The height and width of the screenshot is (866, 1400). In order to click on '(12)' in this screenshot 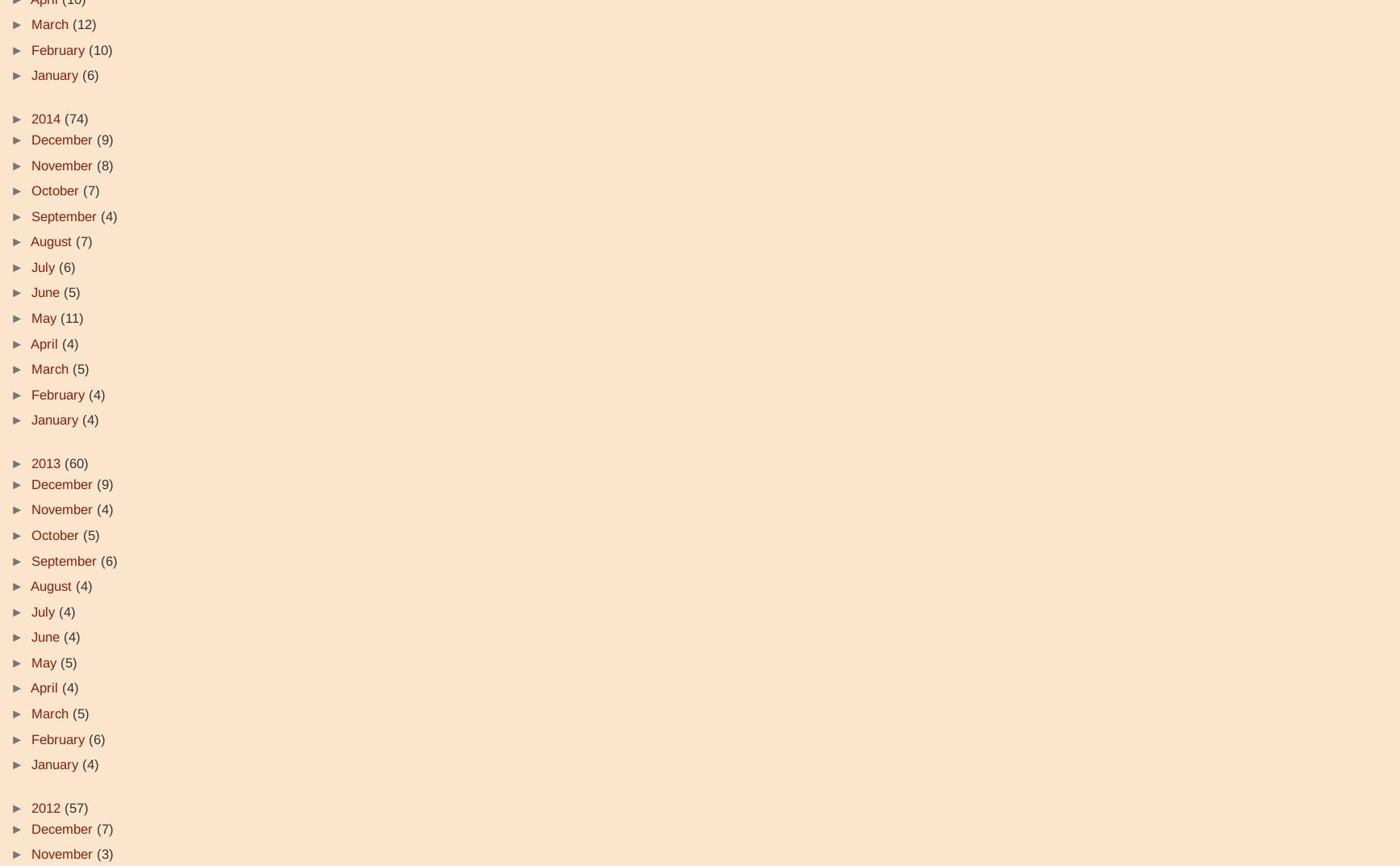, I will do `click(84, 23)`.